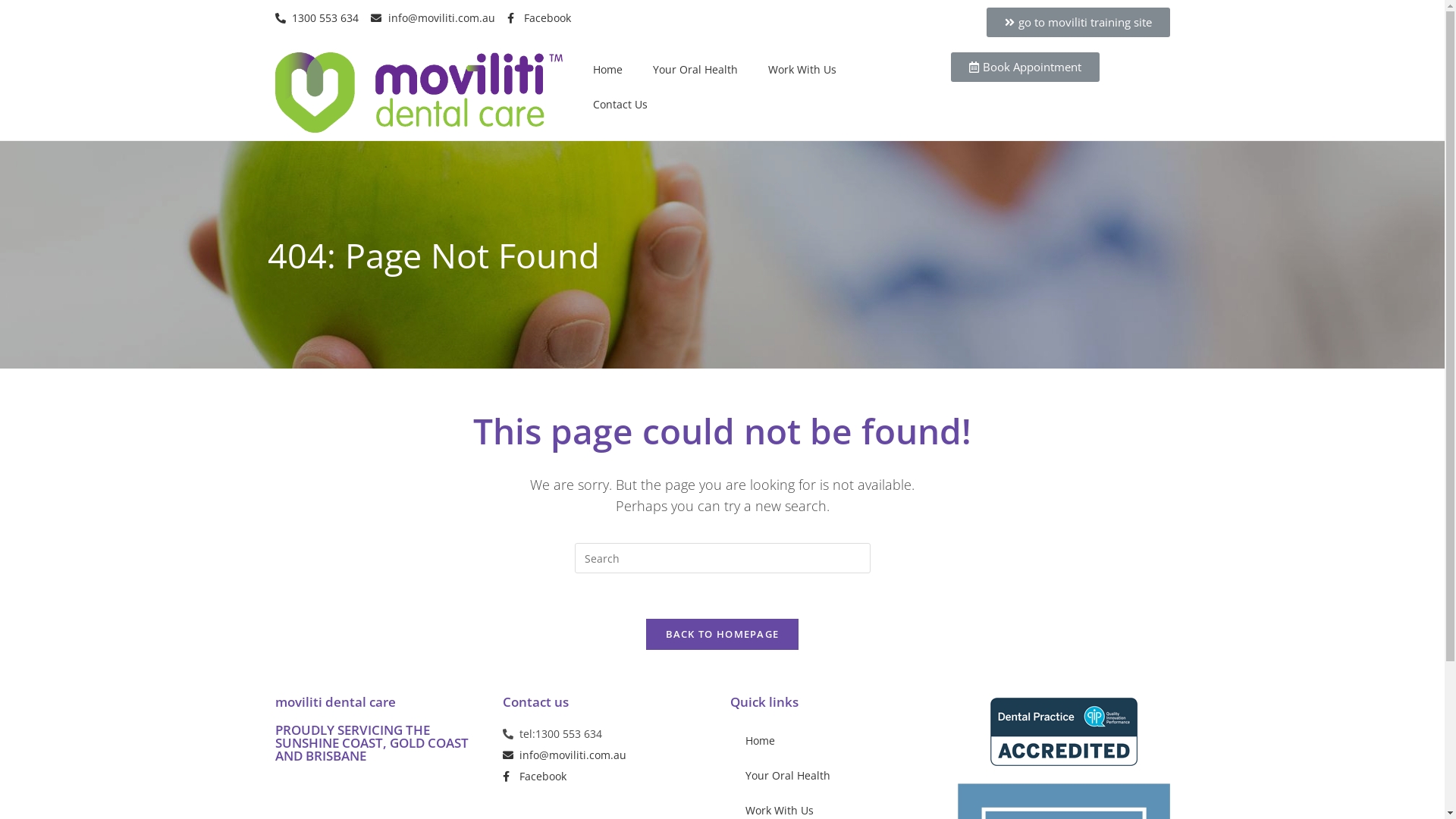 Image resolution: width=1456 pixels, height=819 pixels. What do you see at coordinates (722, 634) in the screenshot?
I see `'BACK TO HOMEPAGE'` at bounding box center [722, 634].